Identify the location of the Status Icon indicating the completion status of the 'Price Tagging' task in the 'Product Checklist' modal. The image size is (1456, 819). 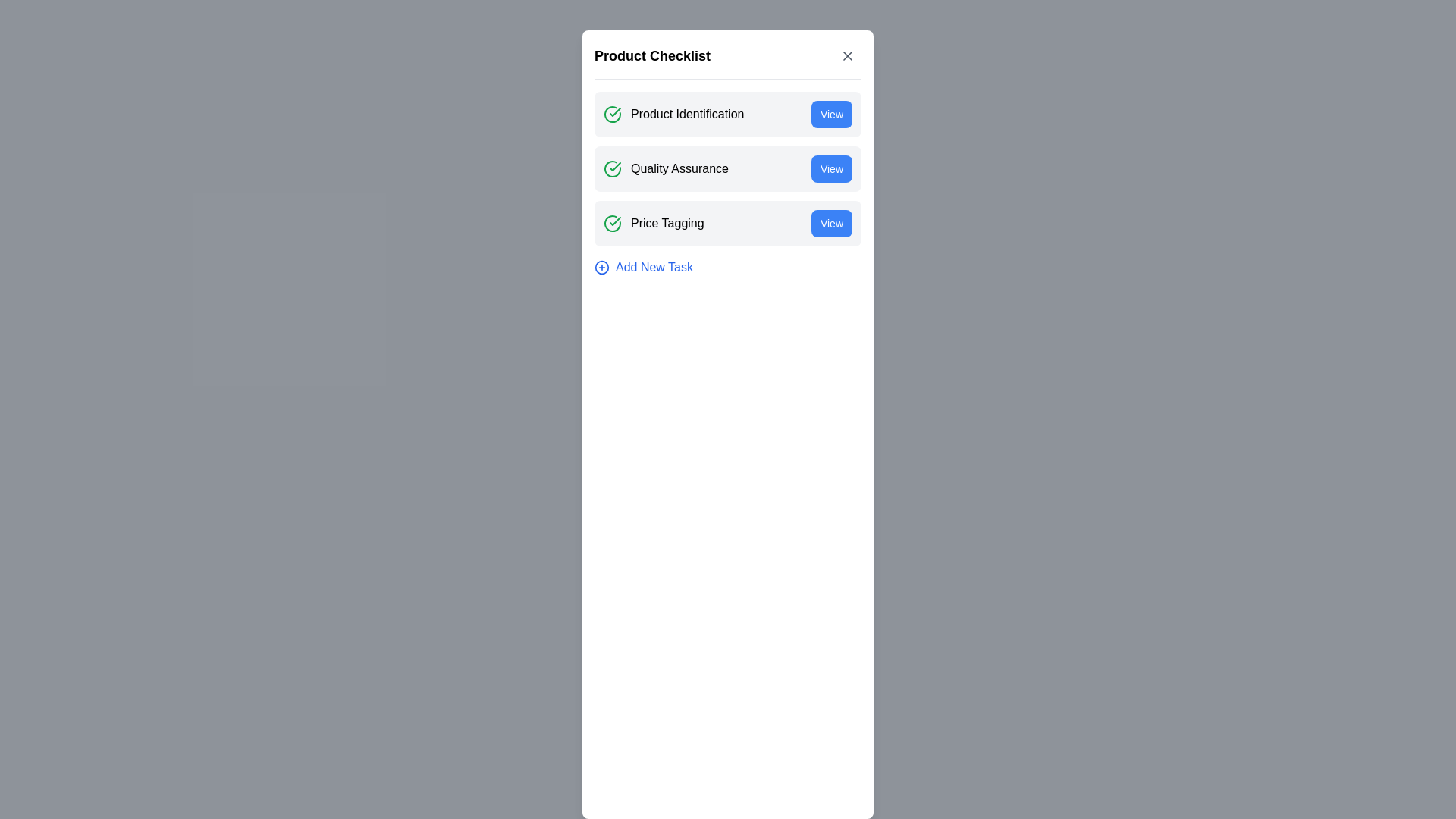
(612, 223).